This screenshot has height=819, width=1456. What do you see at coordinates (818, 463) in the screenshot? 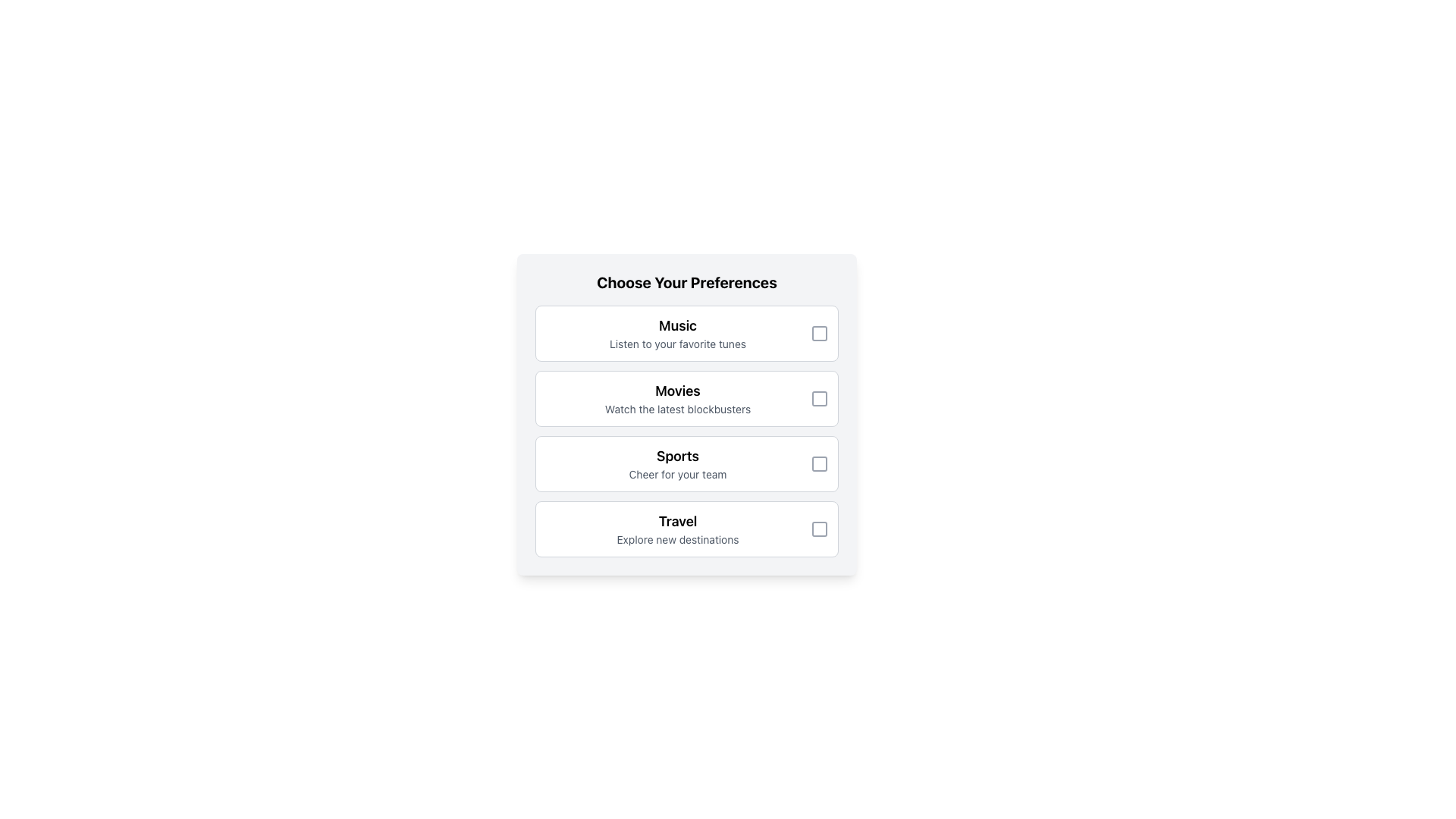
I see `the checkbox located in the 'Sports' section, which is a small, gray square-shaped UI component with rounded corners, positioned to the right of the 'Sports' label` at bounding box center [818, 463].